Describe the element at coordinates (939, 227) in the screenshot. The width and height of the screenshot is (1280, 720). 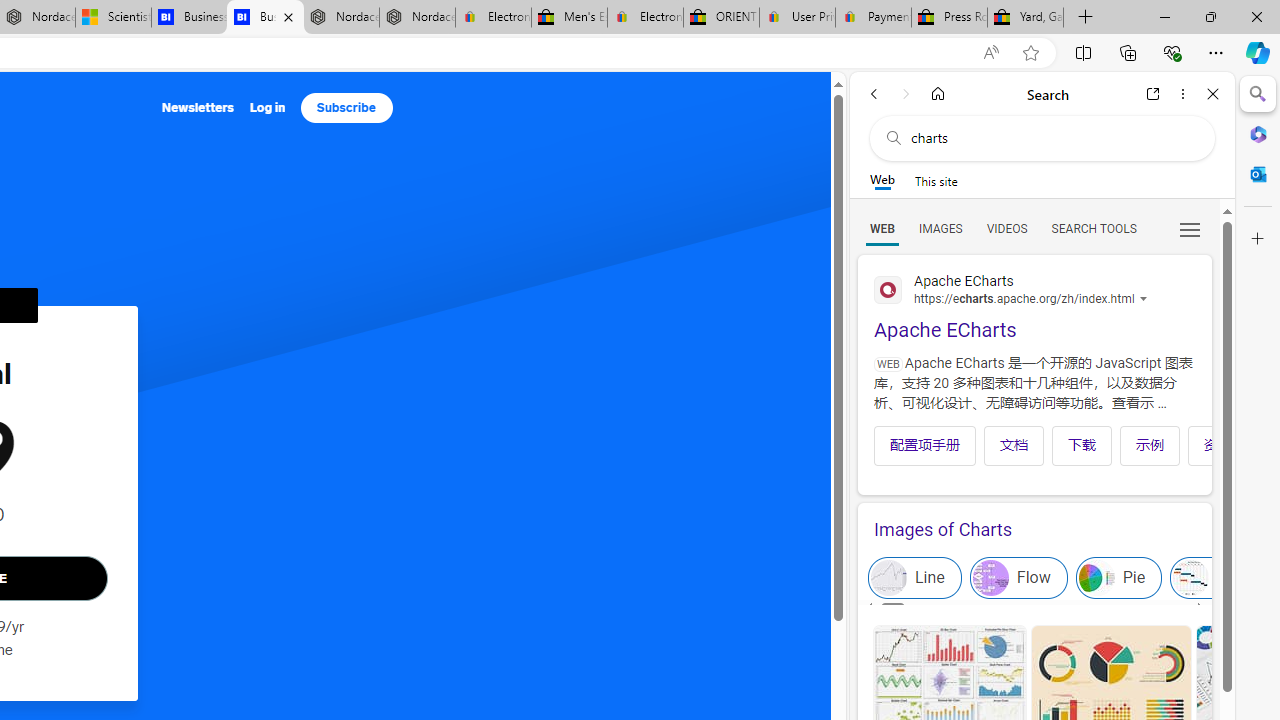
I see `'IMAGES'` at that location.